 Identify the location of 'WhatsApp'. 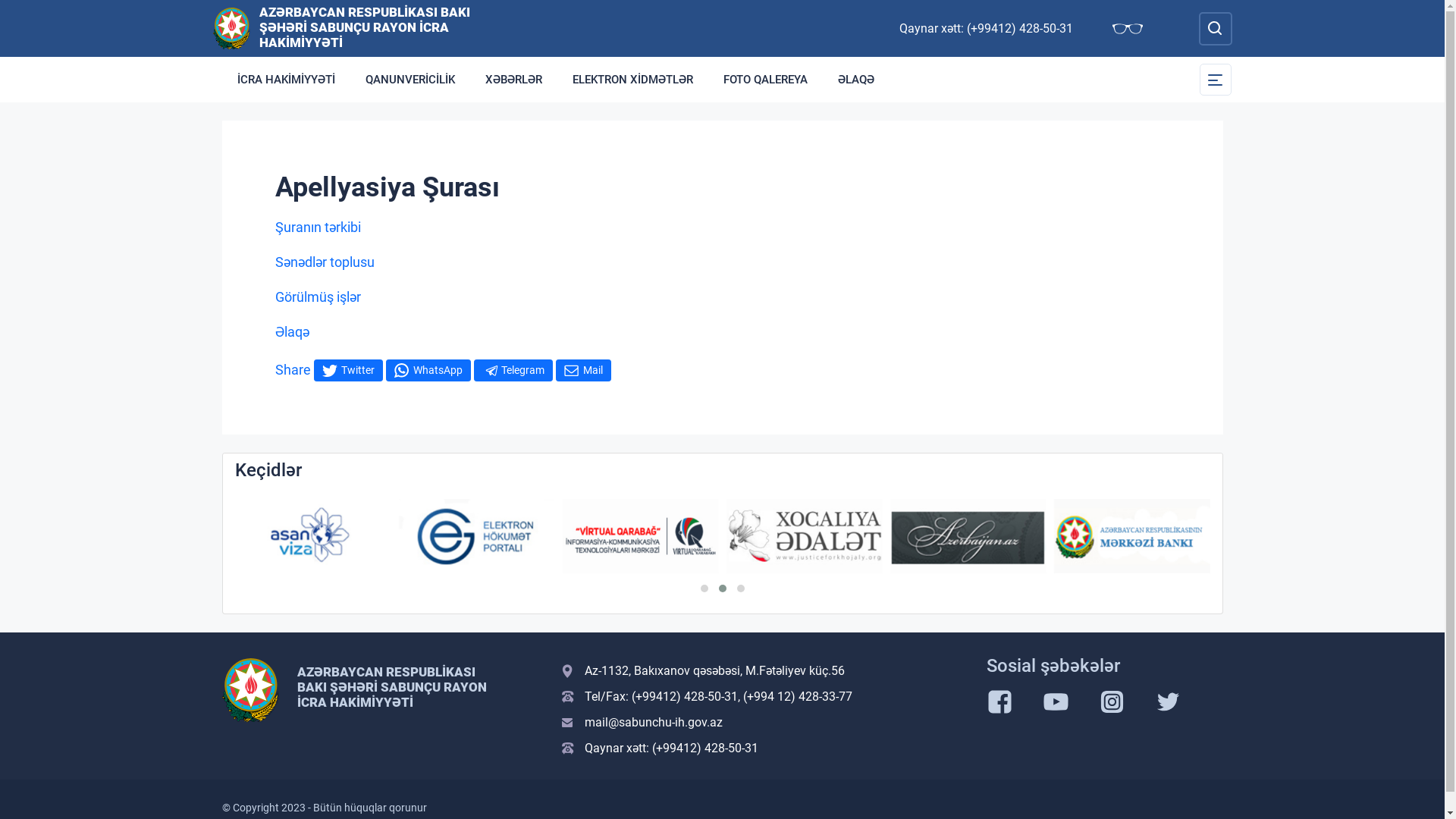
(427, 370).